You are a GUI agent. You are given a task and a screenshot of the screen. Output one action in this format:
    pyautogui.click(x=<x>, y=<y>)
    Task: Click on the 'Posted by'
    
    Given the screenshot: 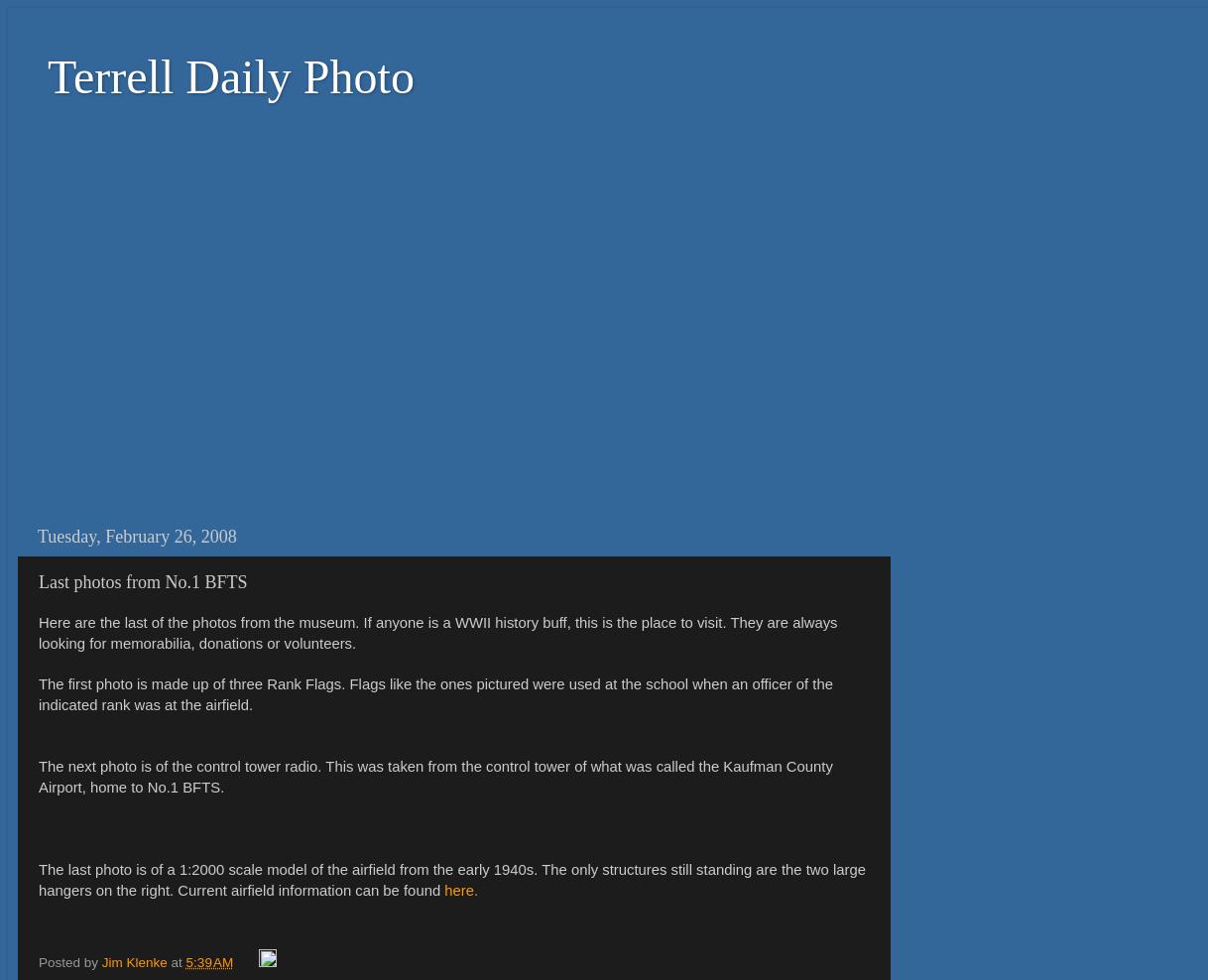 What is the action you would take?
    pyautogui.click(x=68, y=962)
    